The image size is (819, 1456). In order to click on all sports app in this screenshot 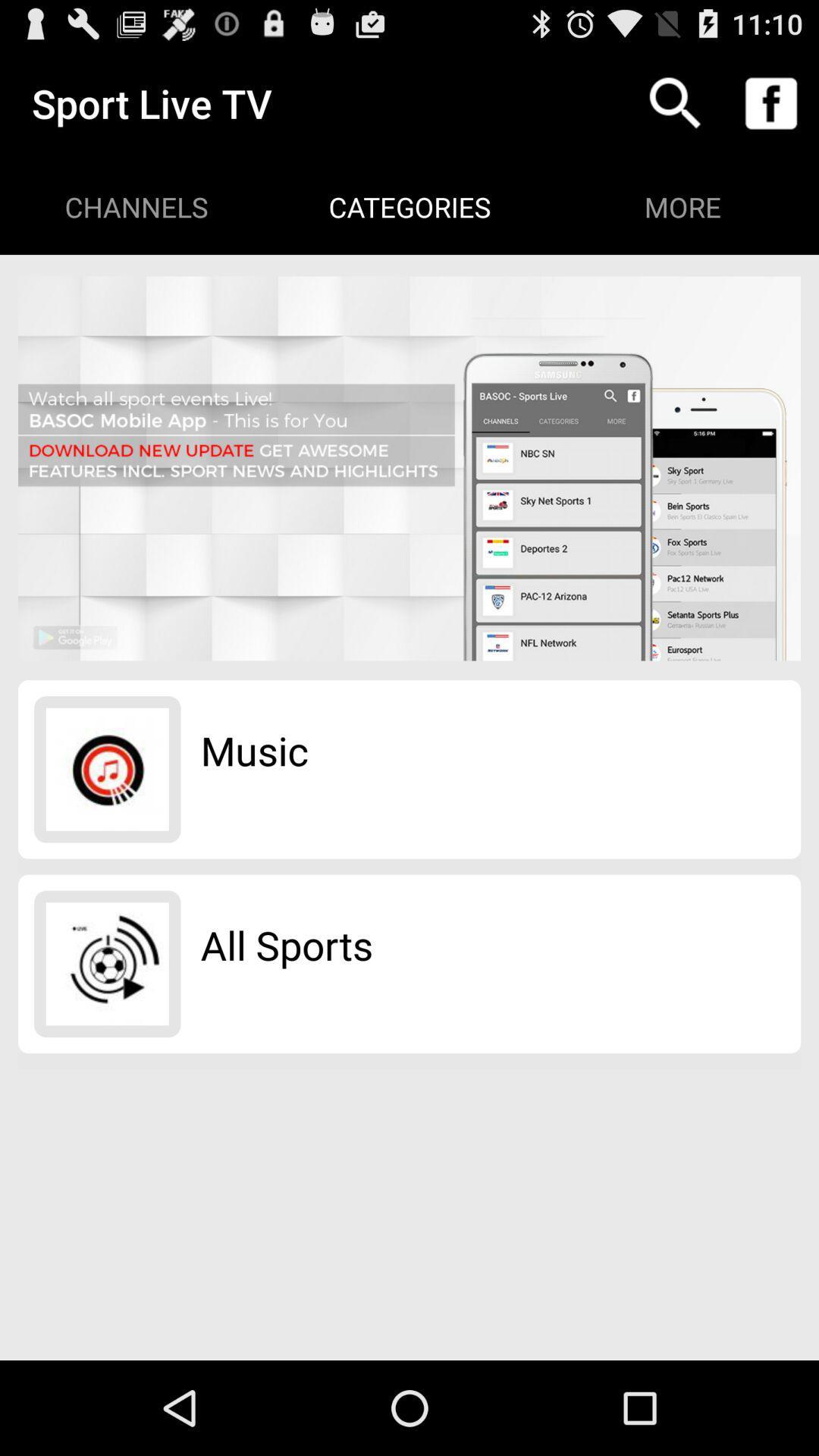, I will do `click(287, 944)`.